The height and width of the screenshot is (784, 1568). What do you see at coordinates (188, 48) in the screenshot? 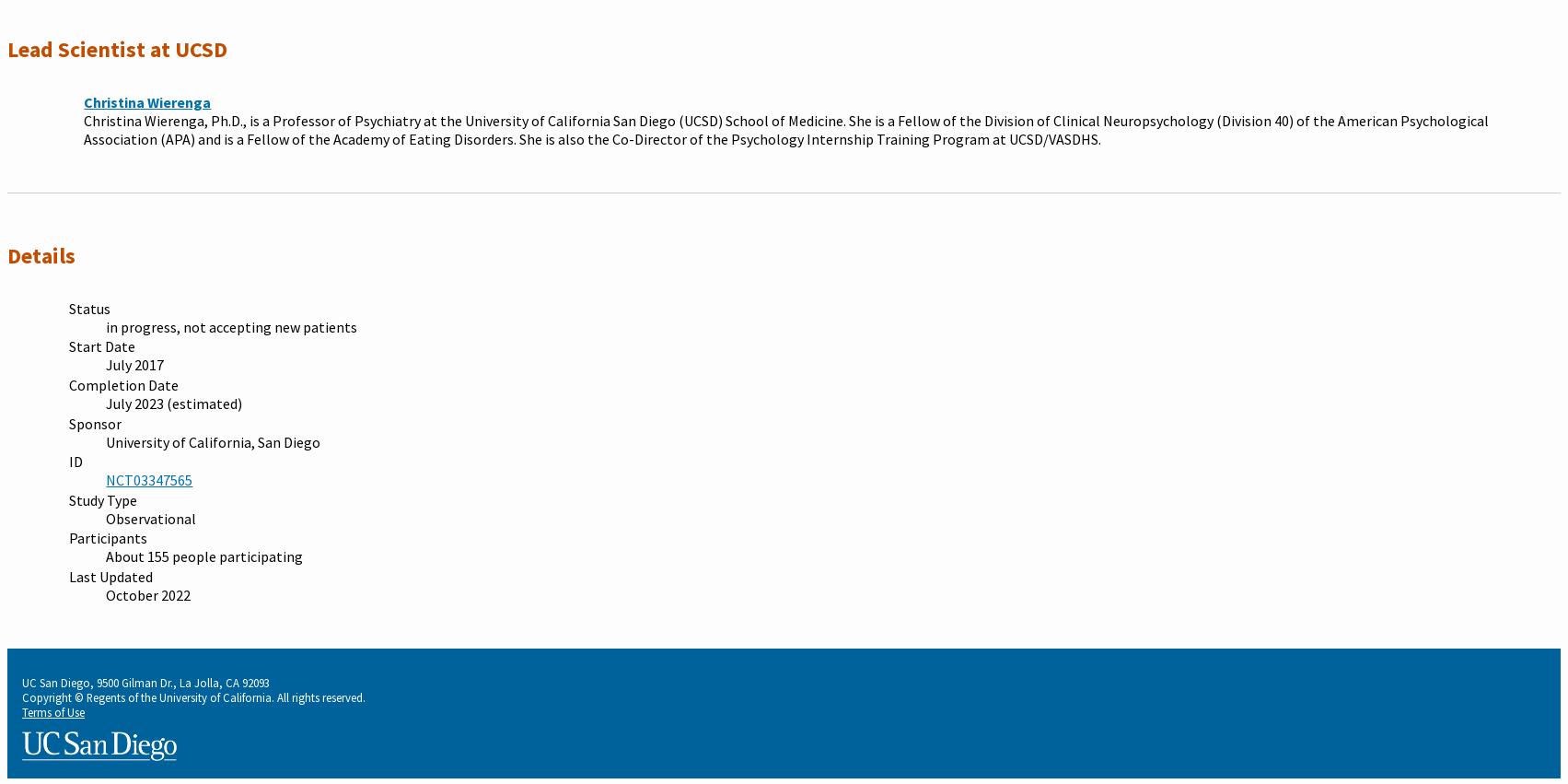
I see `'at UCSD'` at bounding box center [188, 48].